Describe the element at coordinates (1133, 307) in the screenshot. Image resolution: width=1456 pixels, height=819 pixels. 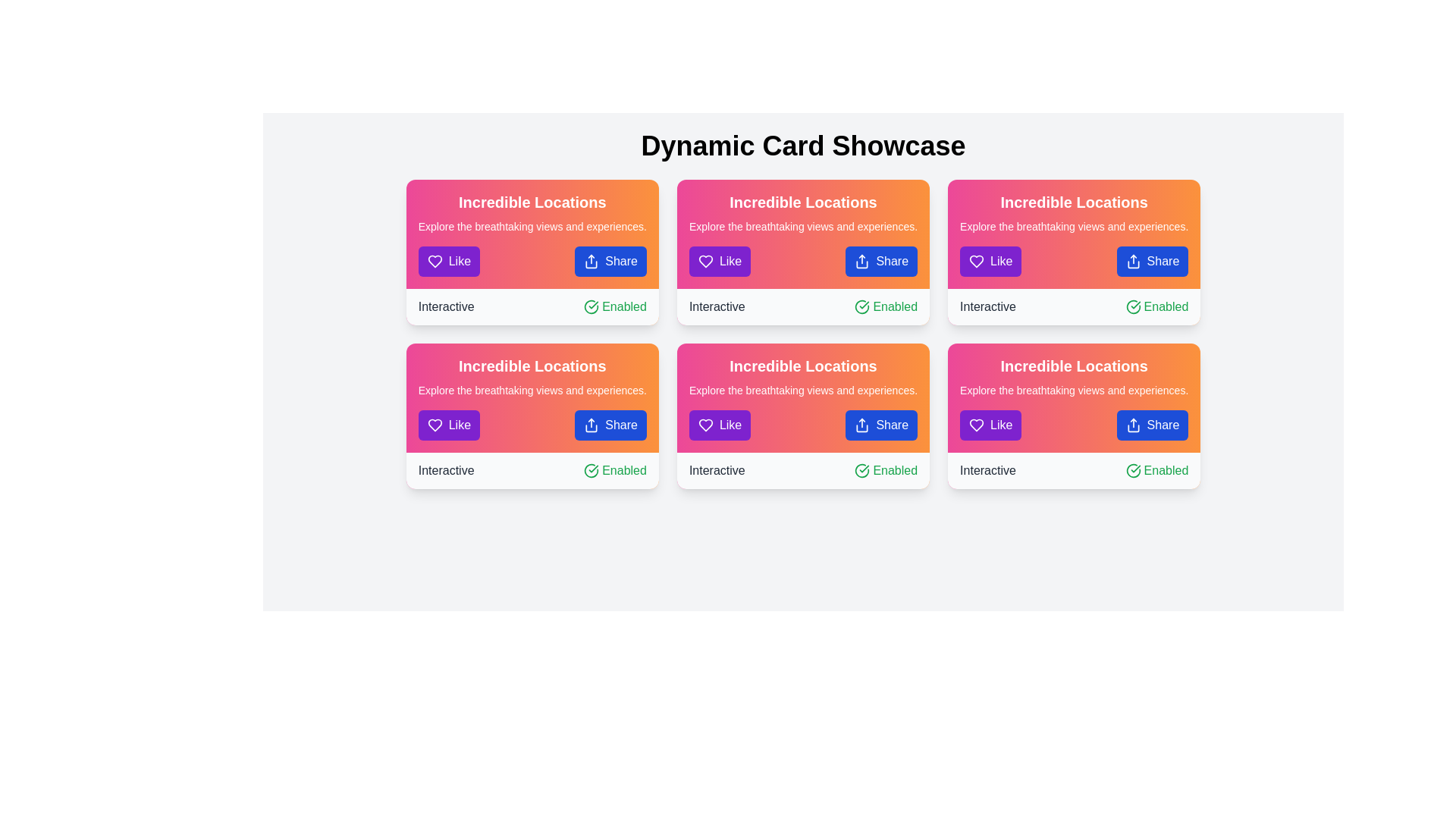
I see `the 'Enabled' status icon located in the bottom-right corner of the card, which signifies an active state` at that location.